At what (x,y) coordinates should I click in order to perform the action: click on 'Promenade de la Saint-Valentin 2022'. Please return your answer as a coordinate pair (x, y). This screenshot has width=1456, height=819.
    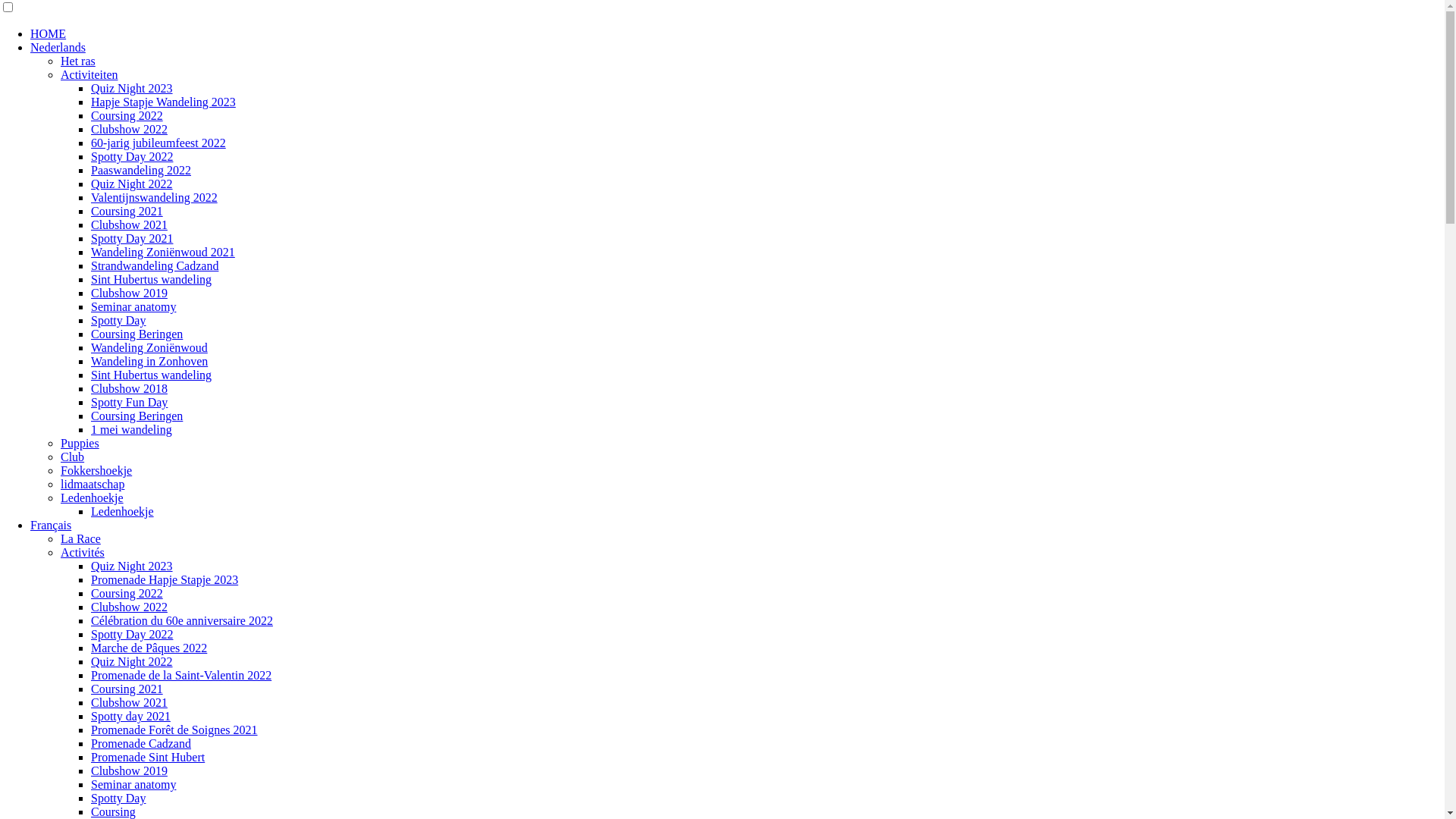
    Looking at the image, I should click on (181, 674).